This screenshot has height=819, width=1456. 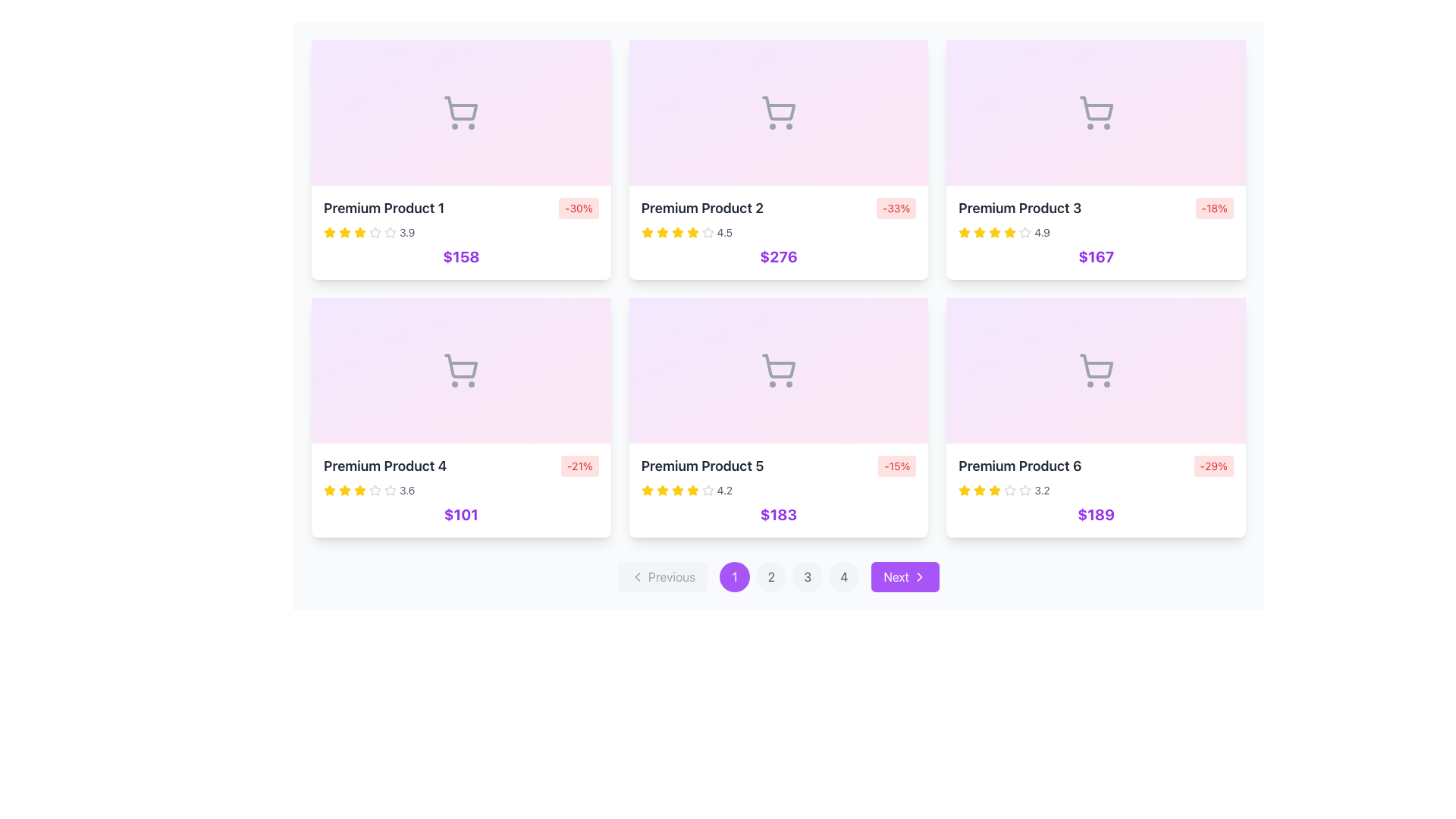 What do you see at coordinates (407, 491) in the screenshot?
I see `the static text displaying the numerical rating value for the product, located immediately after the six star icons in the rating section of the card for 'Premium Product 4'` at bounding box center [407, 491].